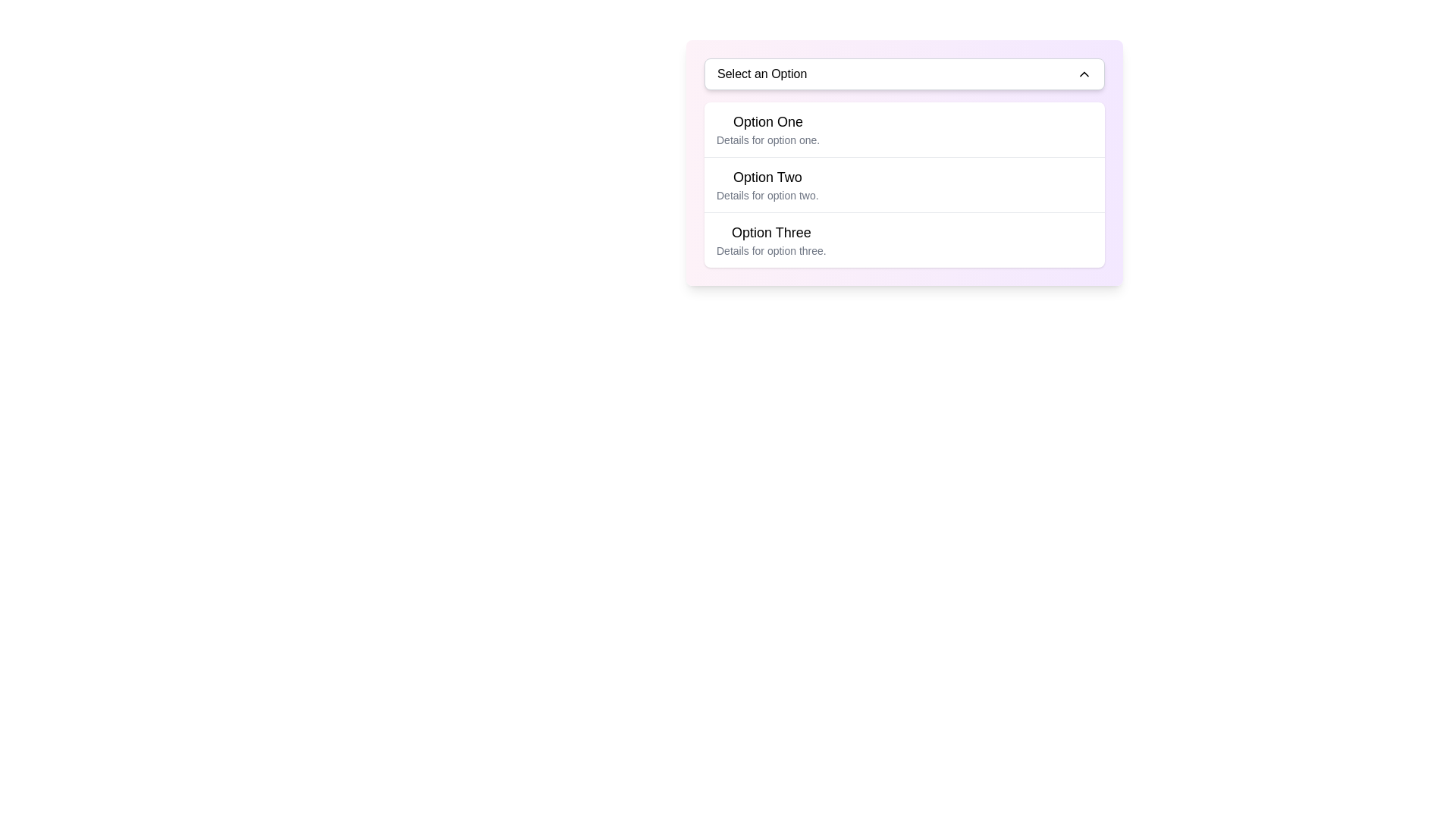 The image size is (1456, 819). I want to click on the 'Select an Option' dropdown button, so click(905, 74).